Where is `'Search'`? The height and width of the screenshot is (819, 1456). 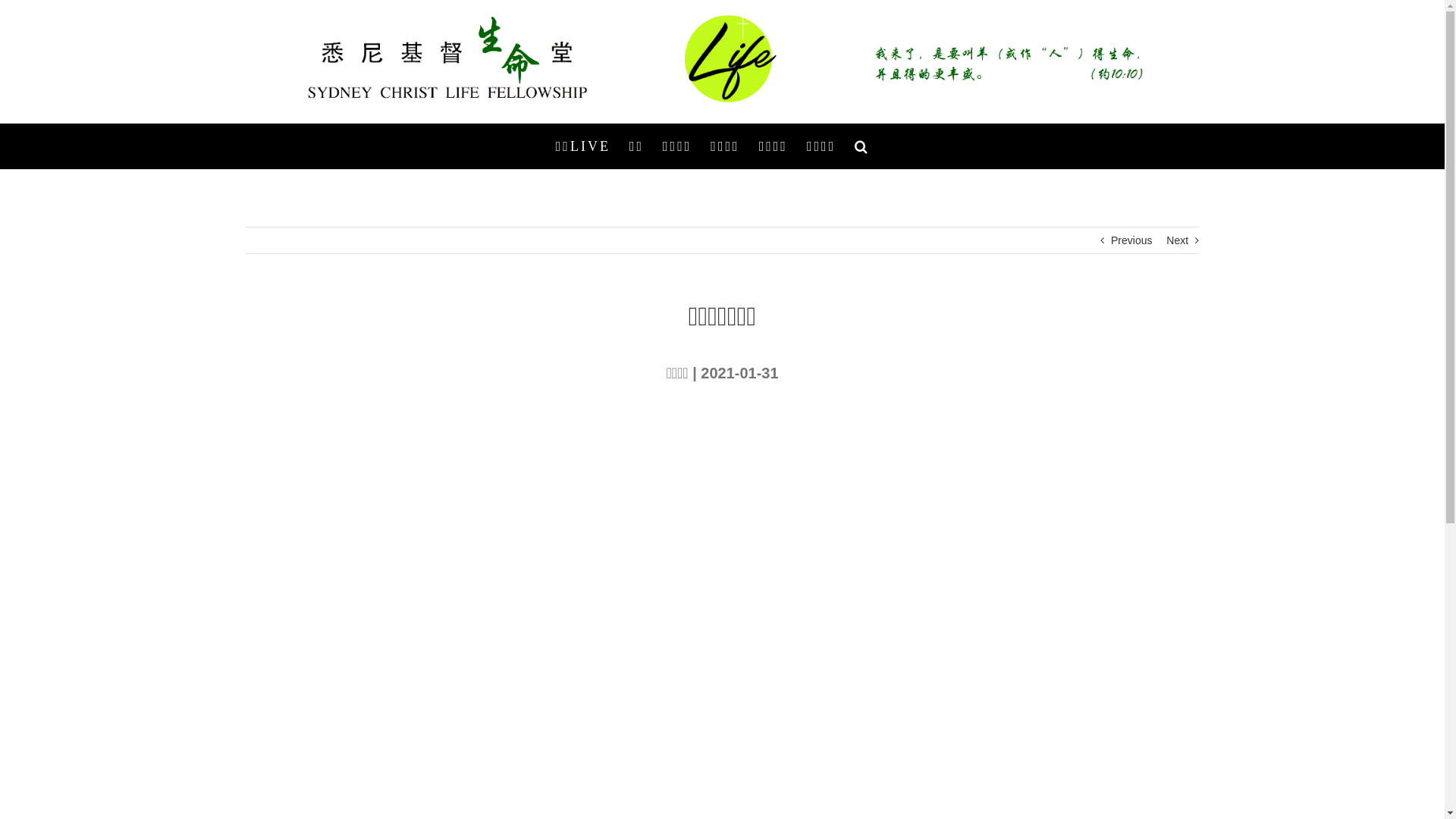 'Search' is located at coordinates (862, 146).